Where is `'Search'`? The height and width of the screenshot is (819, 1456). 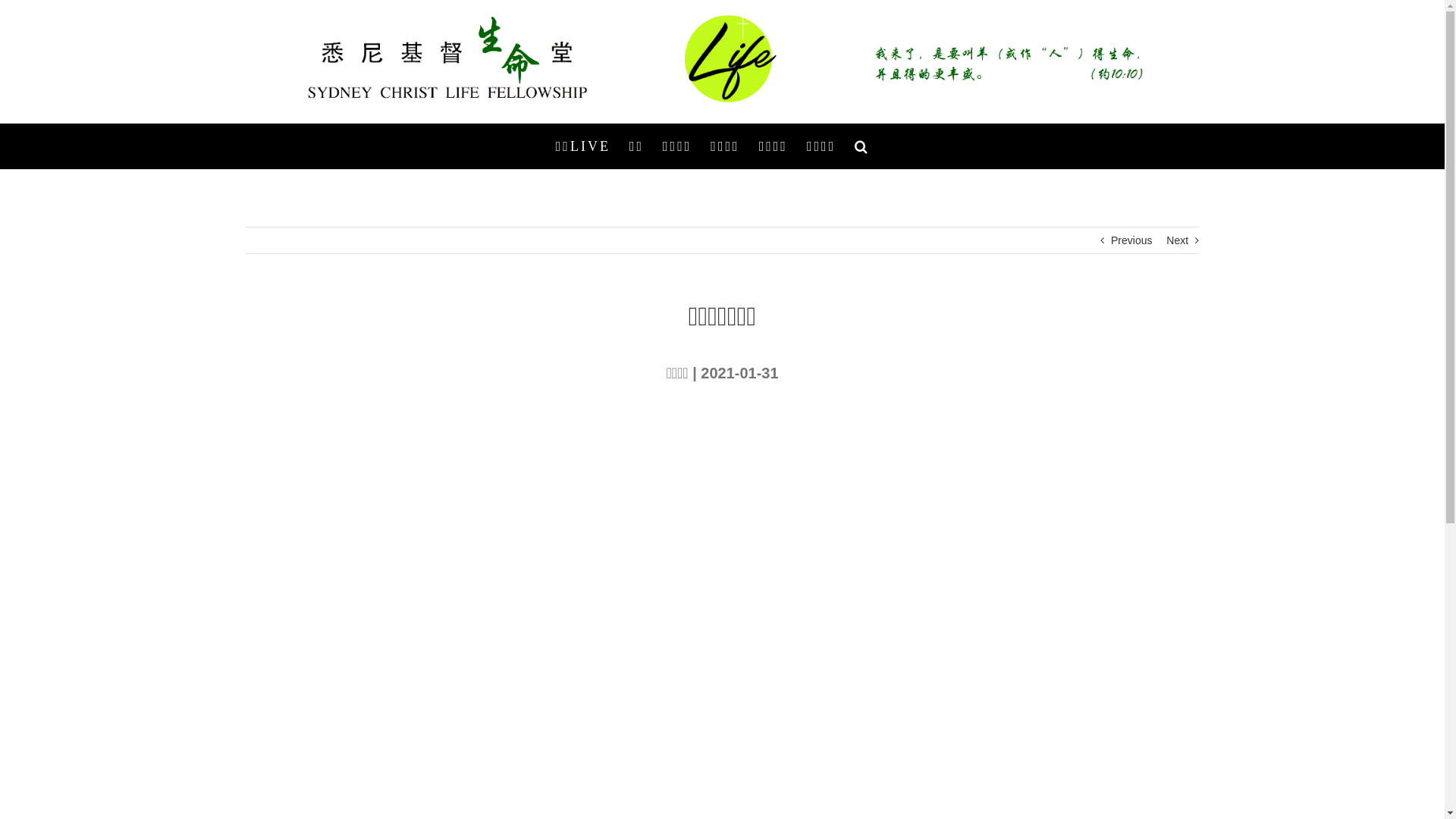 'Search' is located at coordinates (862, 146).